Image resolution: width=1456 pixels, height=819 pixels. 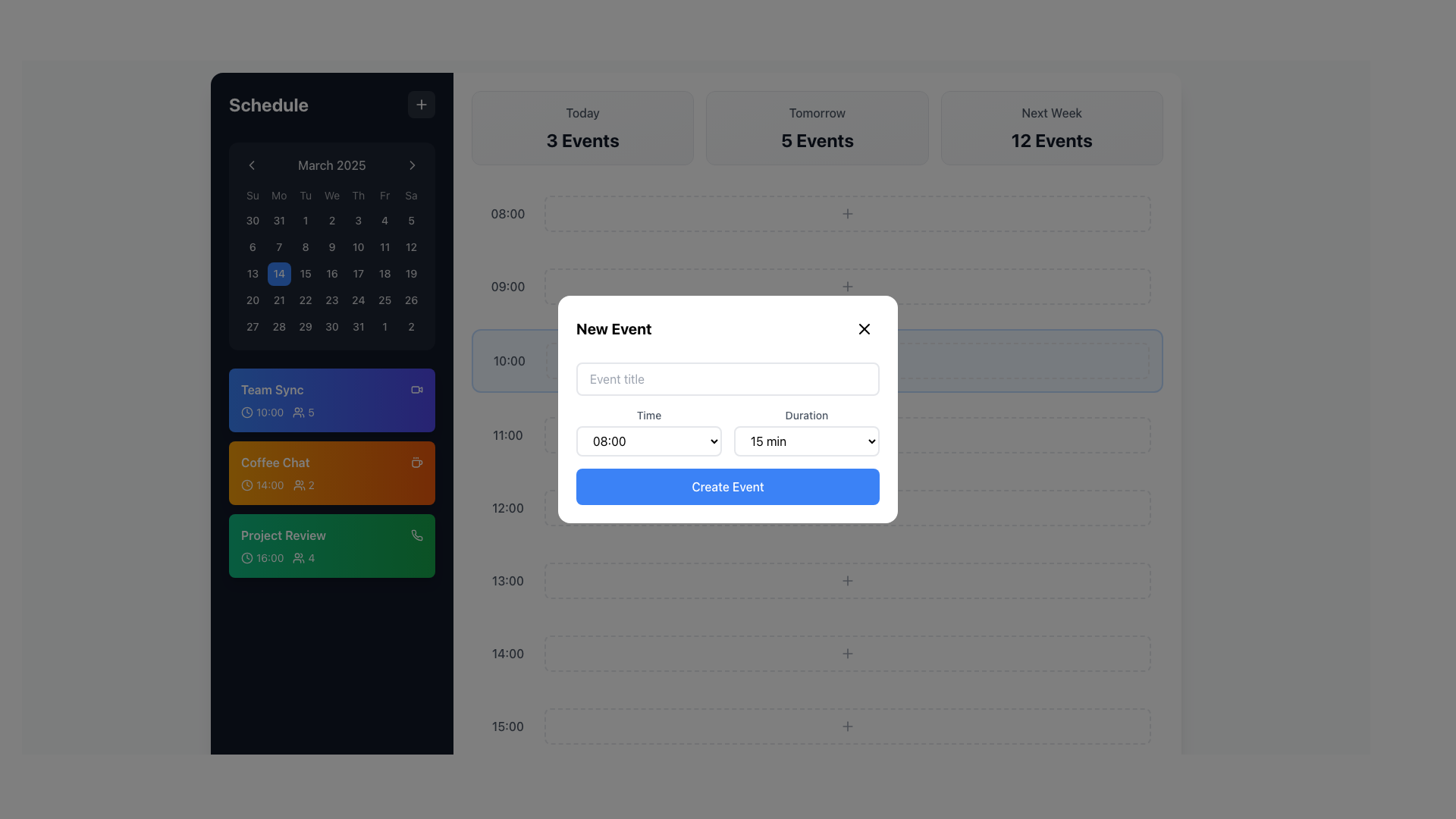 I want to click on the details of the Information display component featuring a clock icon and the time '16:00' along with a user icon and the number '4', located in the green section labeled 'Project Review' in the lower half of the panel, so click(x=331, y=558).